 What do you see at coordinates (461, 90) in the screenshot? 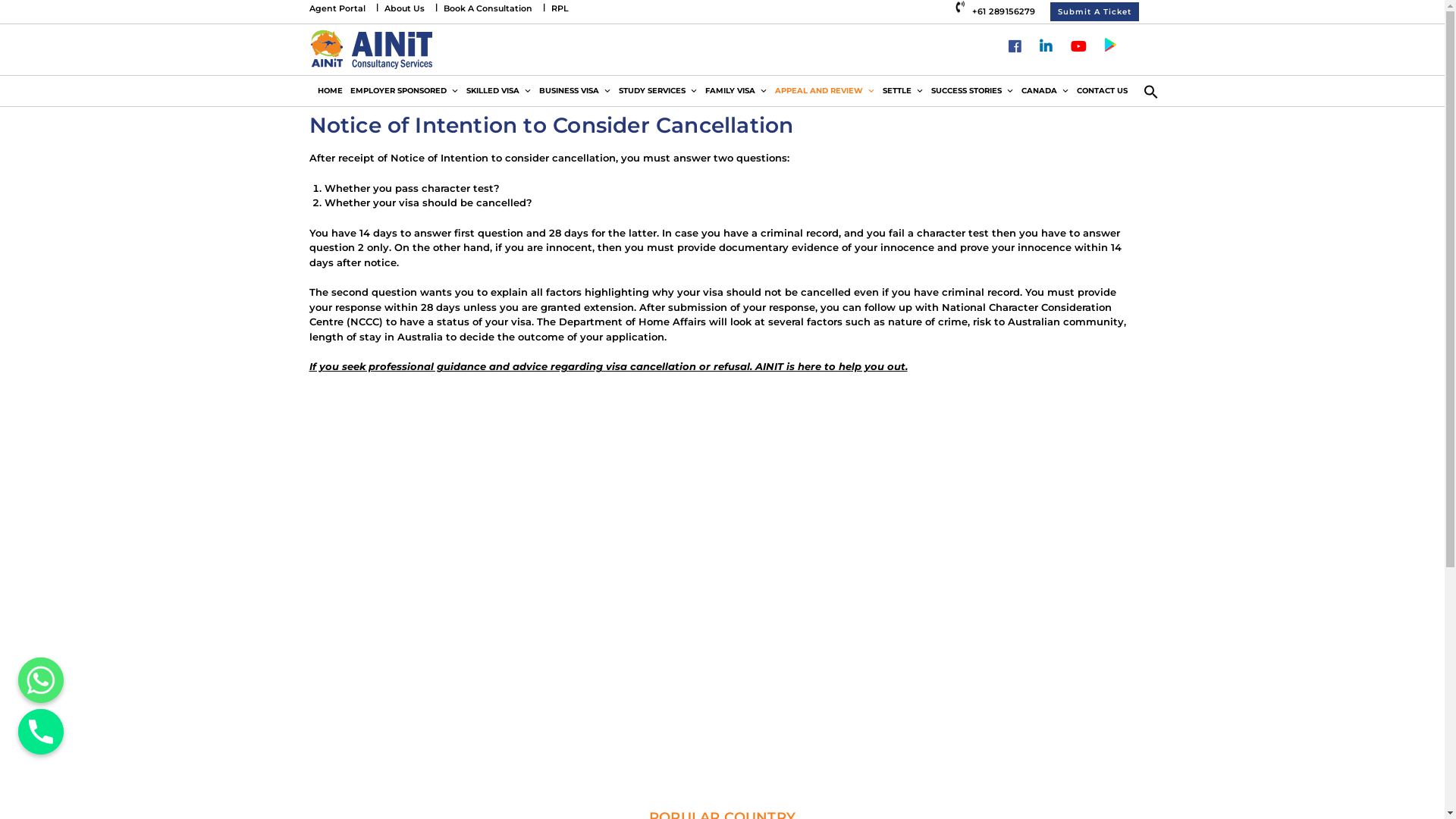
I see `'SKILLED VISA'` at bounding box center [461, 90].